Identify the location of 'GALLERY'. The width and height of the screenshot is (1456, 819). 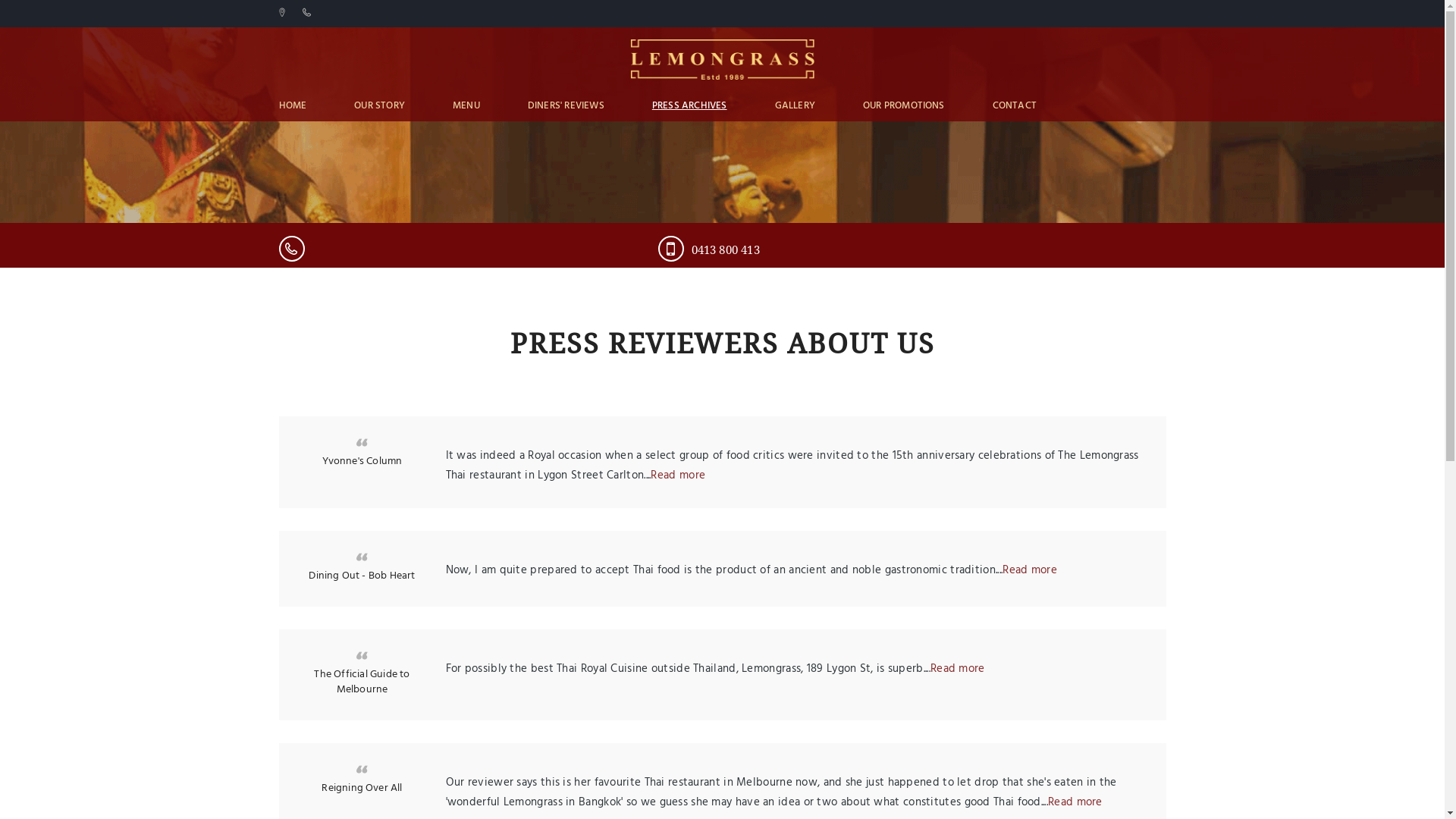
(794, 105).